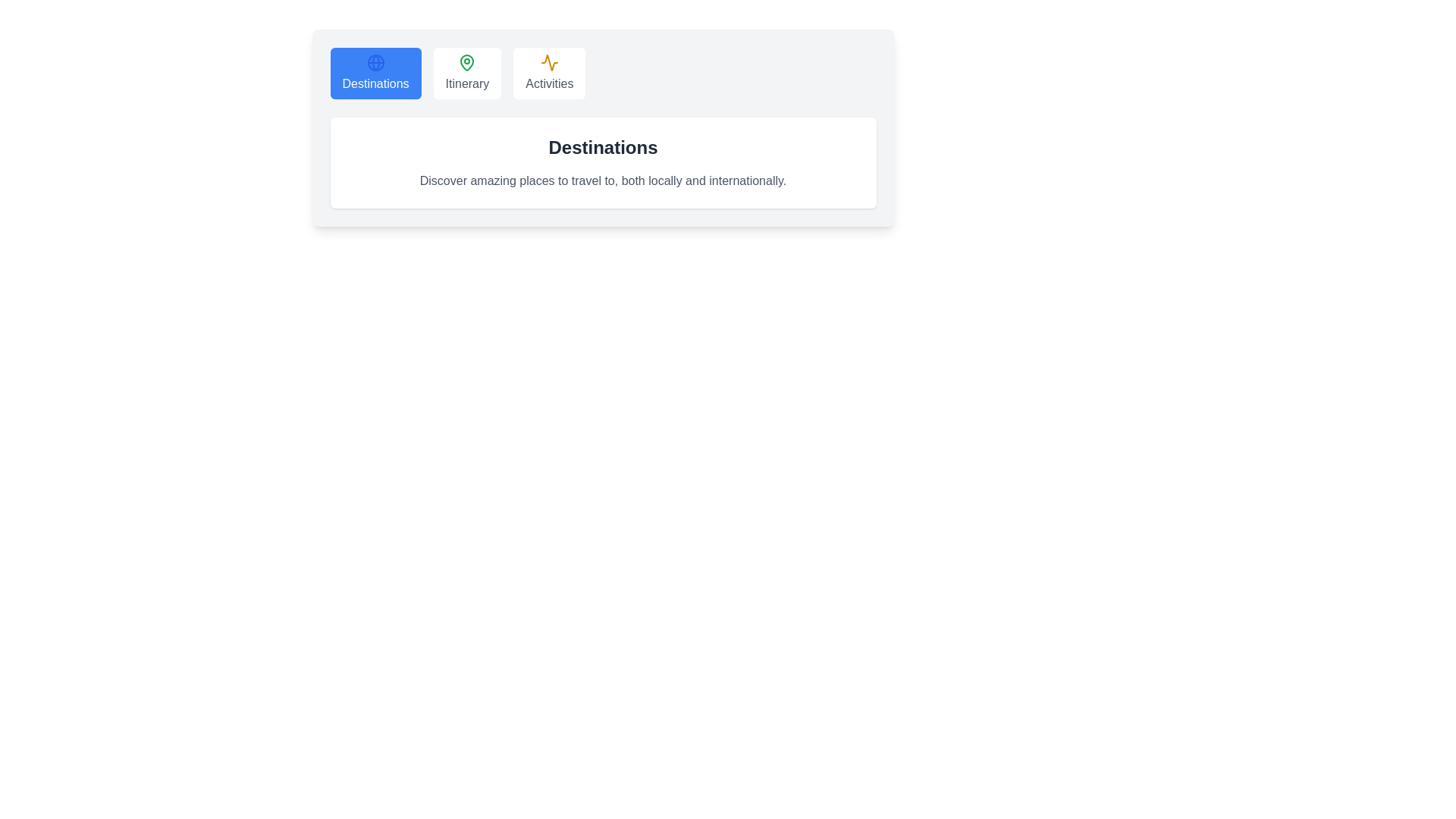  Describe the element at coordinates (548, 73) in the screenshot. I see `the tab labeled Activities to observe the hover effect` at that location.